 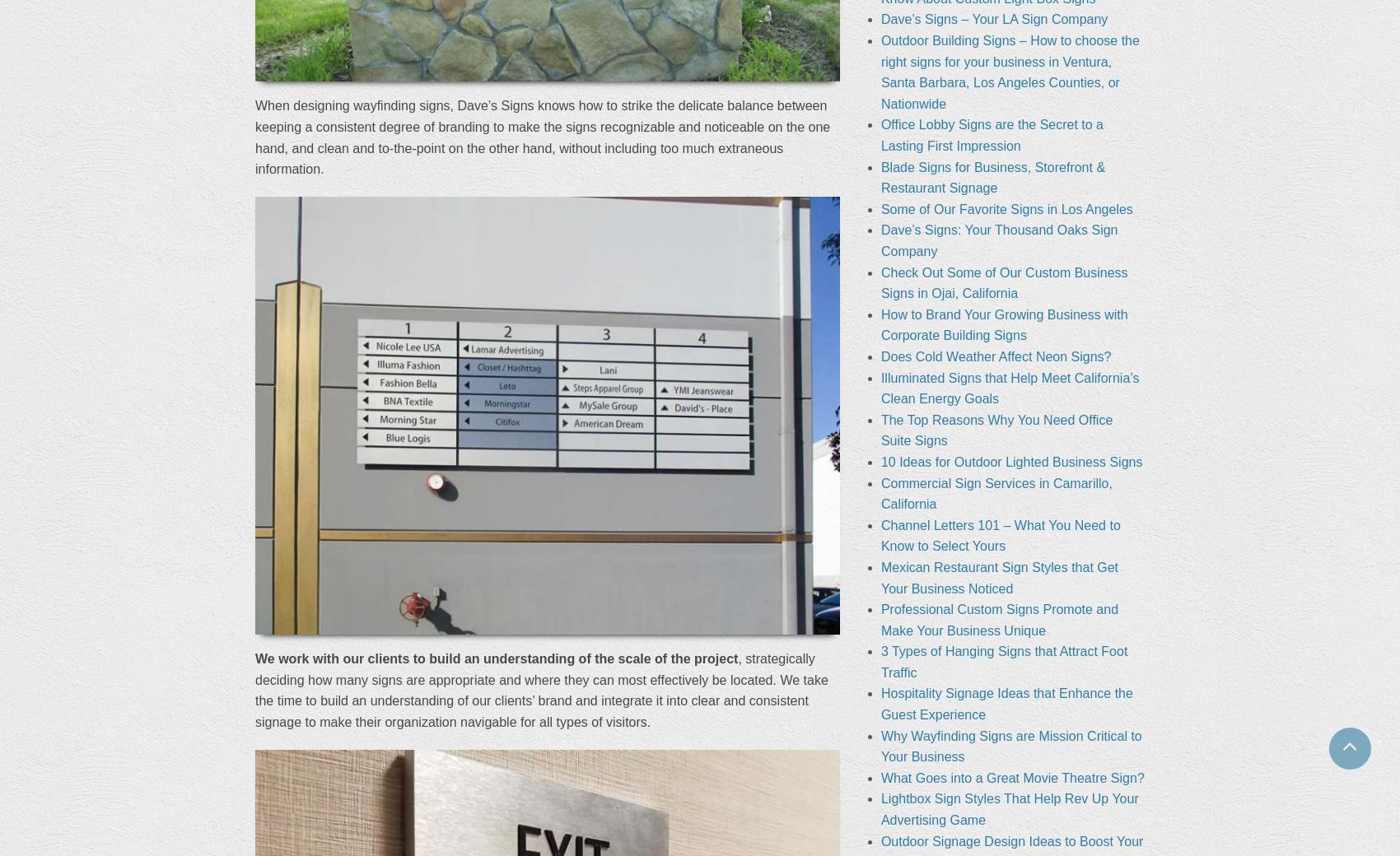 I want to click on 'Outdoor Building Signs – How to choose the right signs for your business in Ventura, Santa Barbara, Los Angeles Counties, or Nationwide', so click(x=1009, y=71).